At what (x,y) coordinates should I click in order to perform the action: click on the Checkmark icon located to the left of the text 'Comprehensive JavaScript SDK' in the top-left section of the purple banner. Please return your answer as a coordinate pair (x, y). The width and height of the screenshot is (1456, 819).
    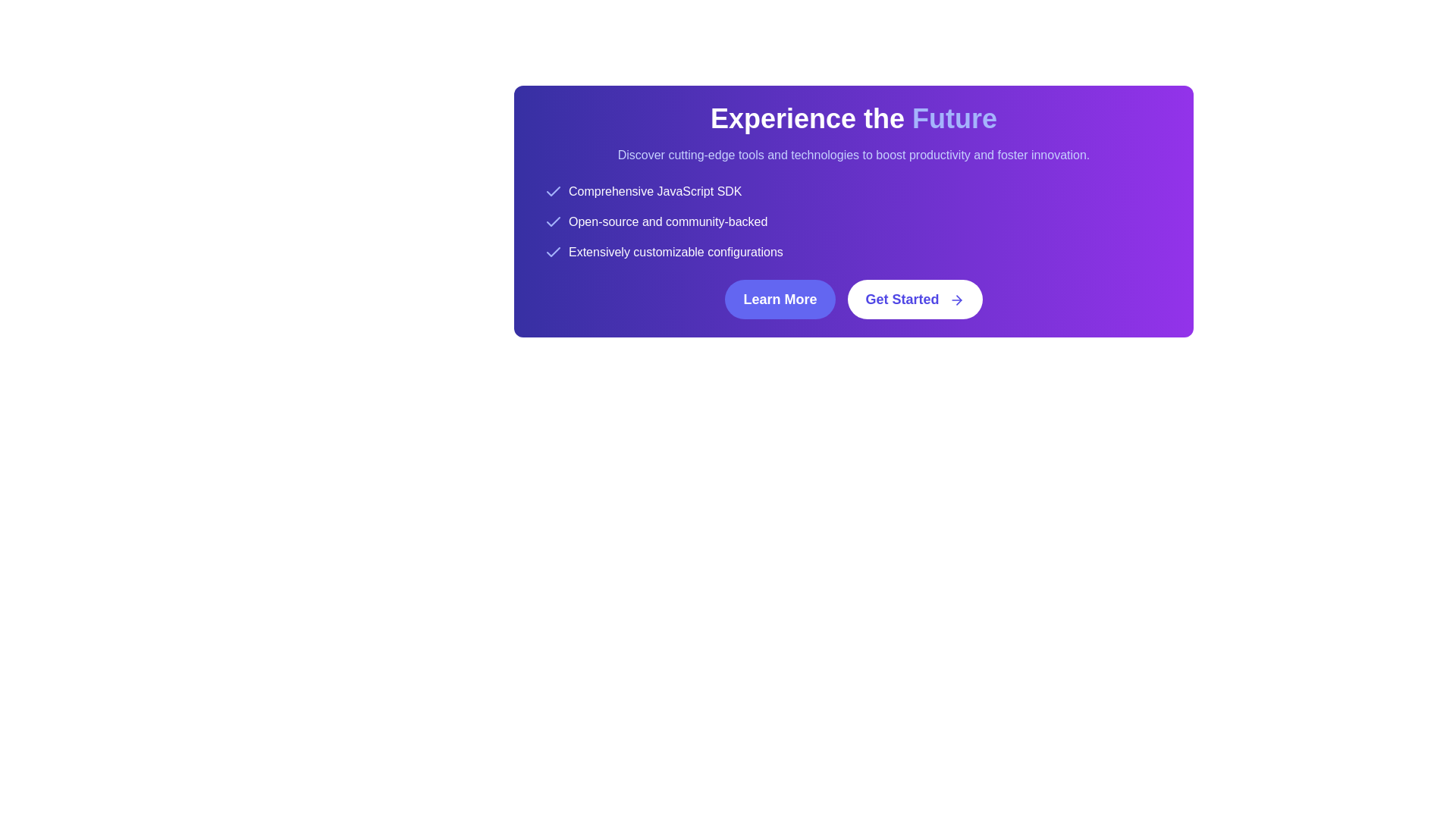
    Looking at the image, I should click on (552, 190).